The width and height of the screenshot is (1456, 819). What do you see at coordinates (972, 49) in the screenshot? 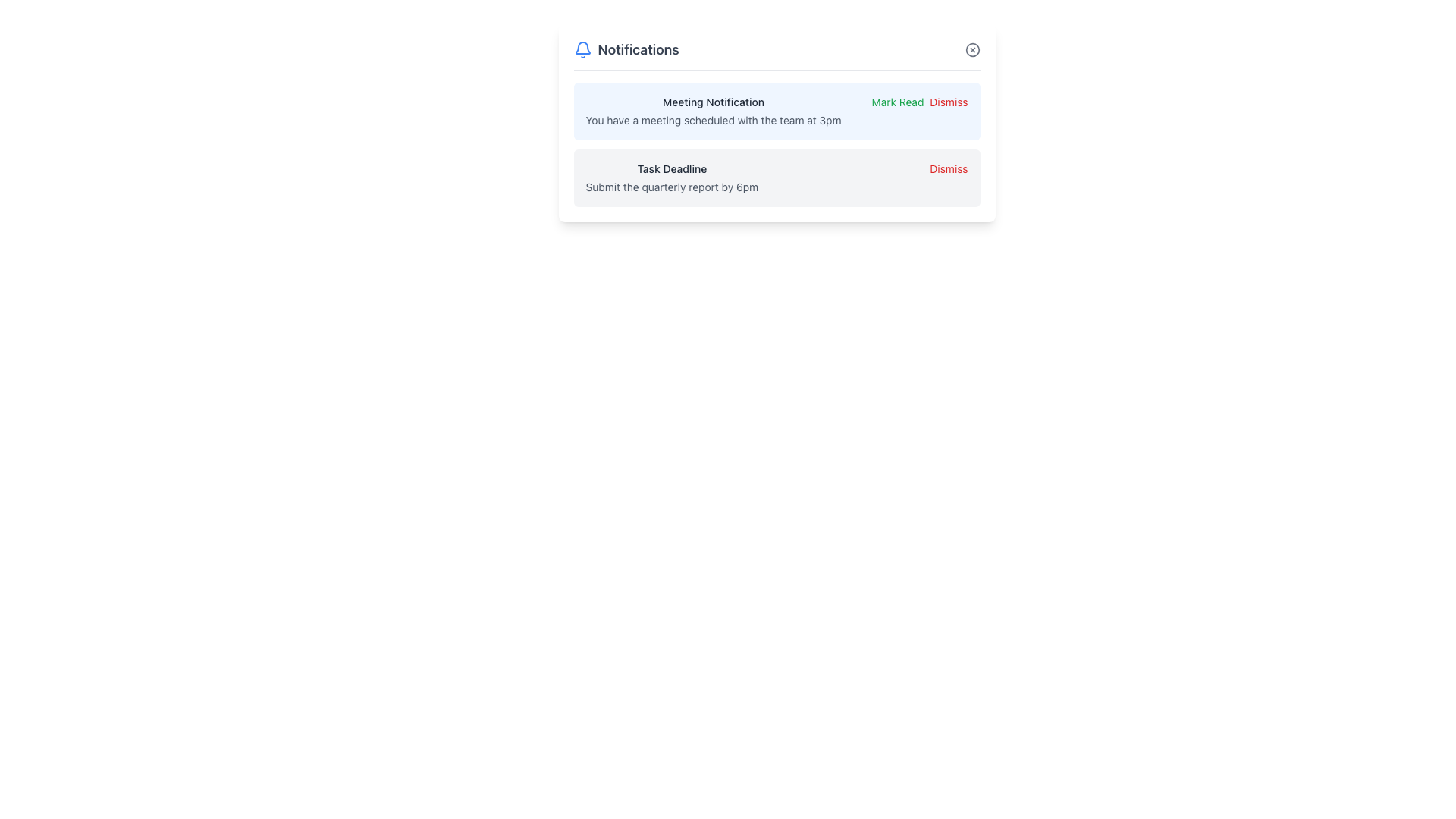
I see `the small circular close button with a cross (X) mark located in the top-right corner of the Notifications header` at bounding box center [972, 49].